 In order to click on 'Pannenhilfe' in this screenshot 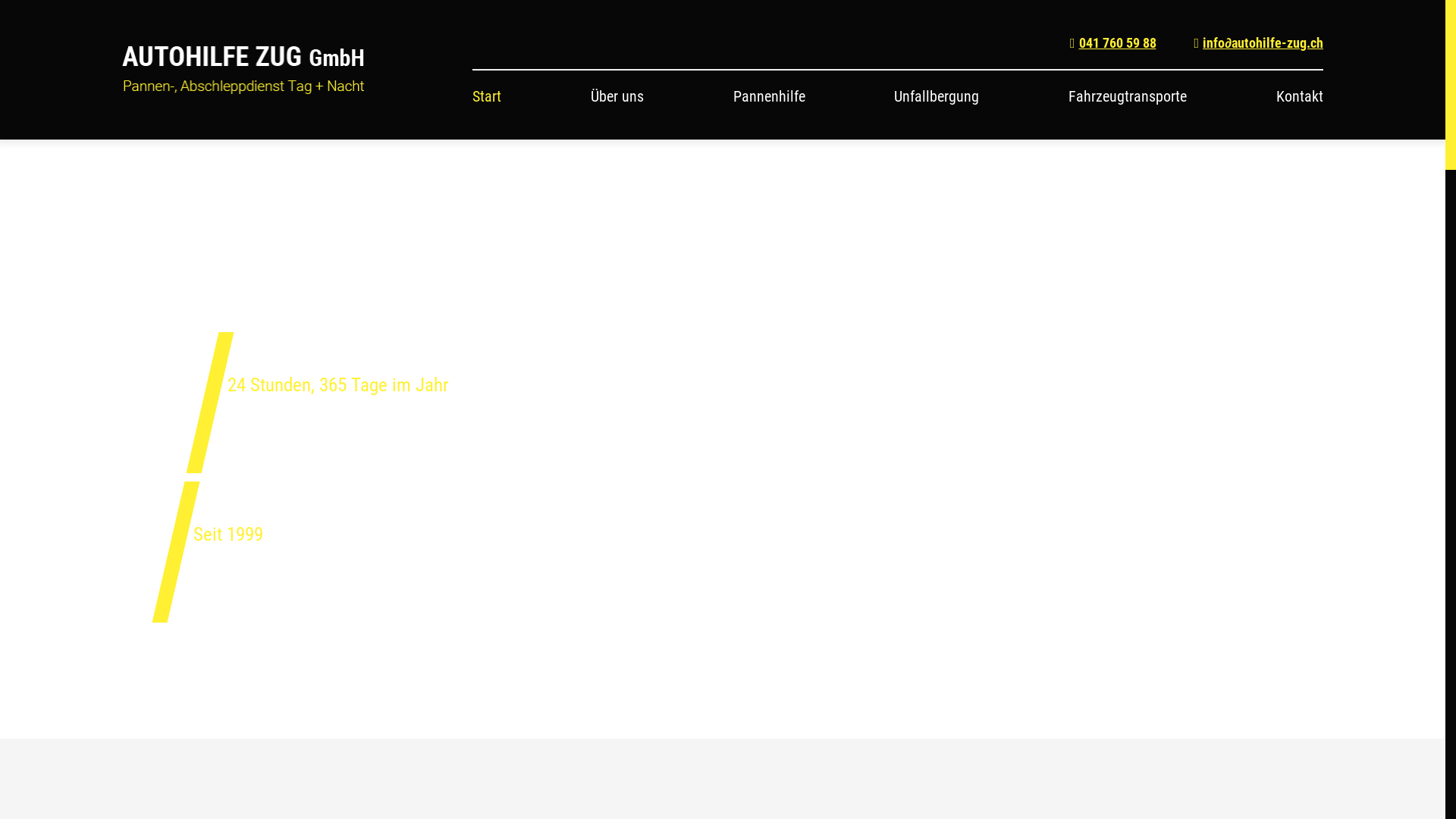, I will do `click(769, 96)`.